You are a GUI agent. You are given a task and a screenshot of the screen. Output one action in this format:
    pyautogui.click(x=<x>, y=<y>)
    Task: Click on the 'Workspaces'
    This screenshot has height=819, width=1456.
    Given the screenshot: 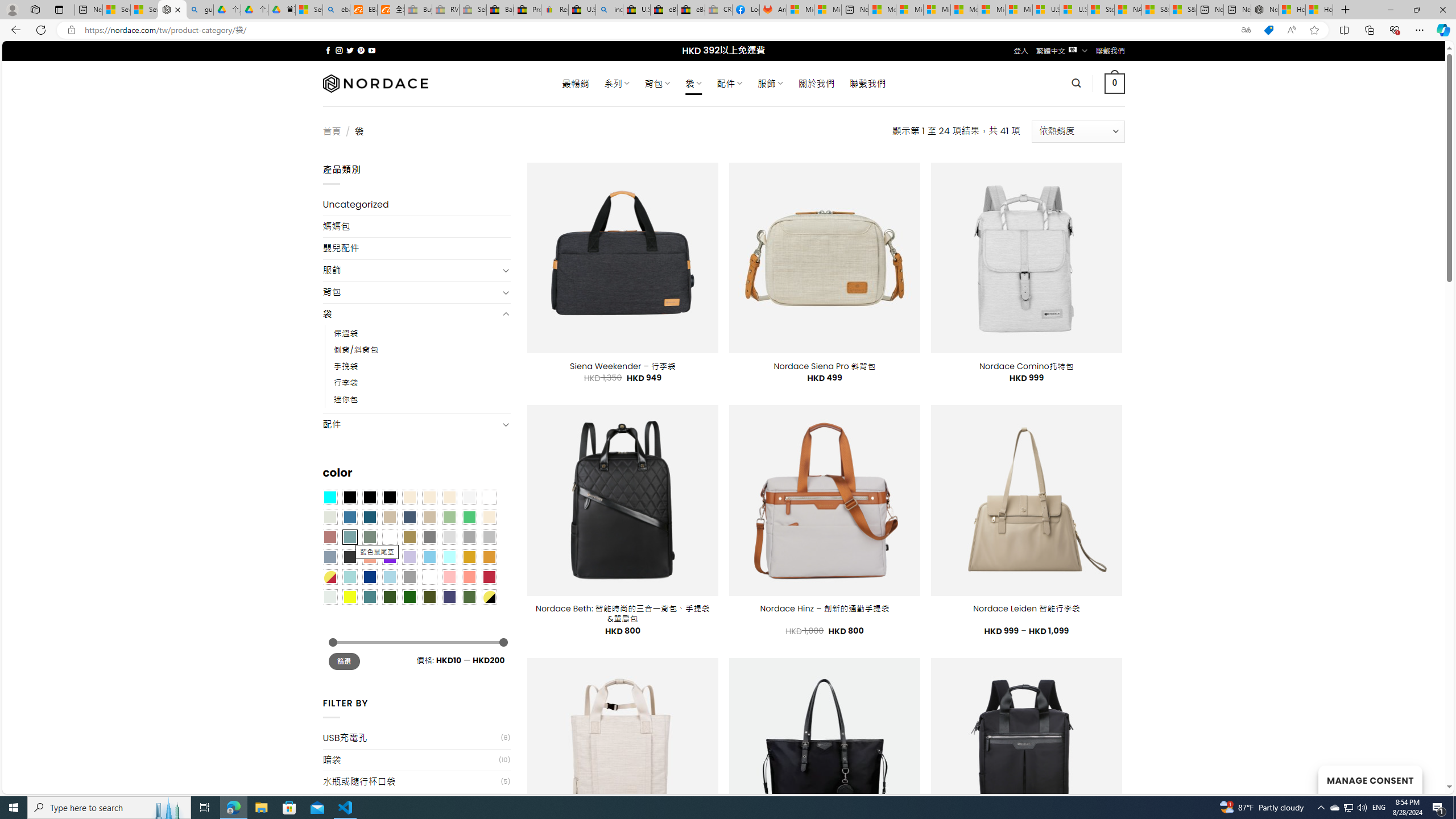 What is the action you would take?
    pyautogui.click(x=35, y=9)
    